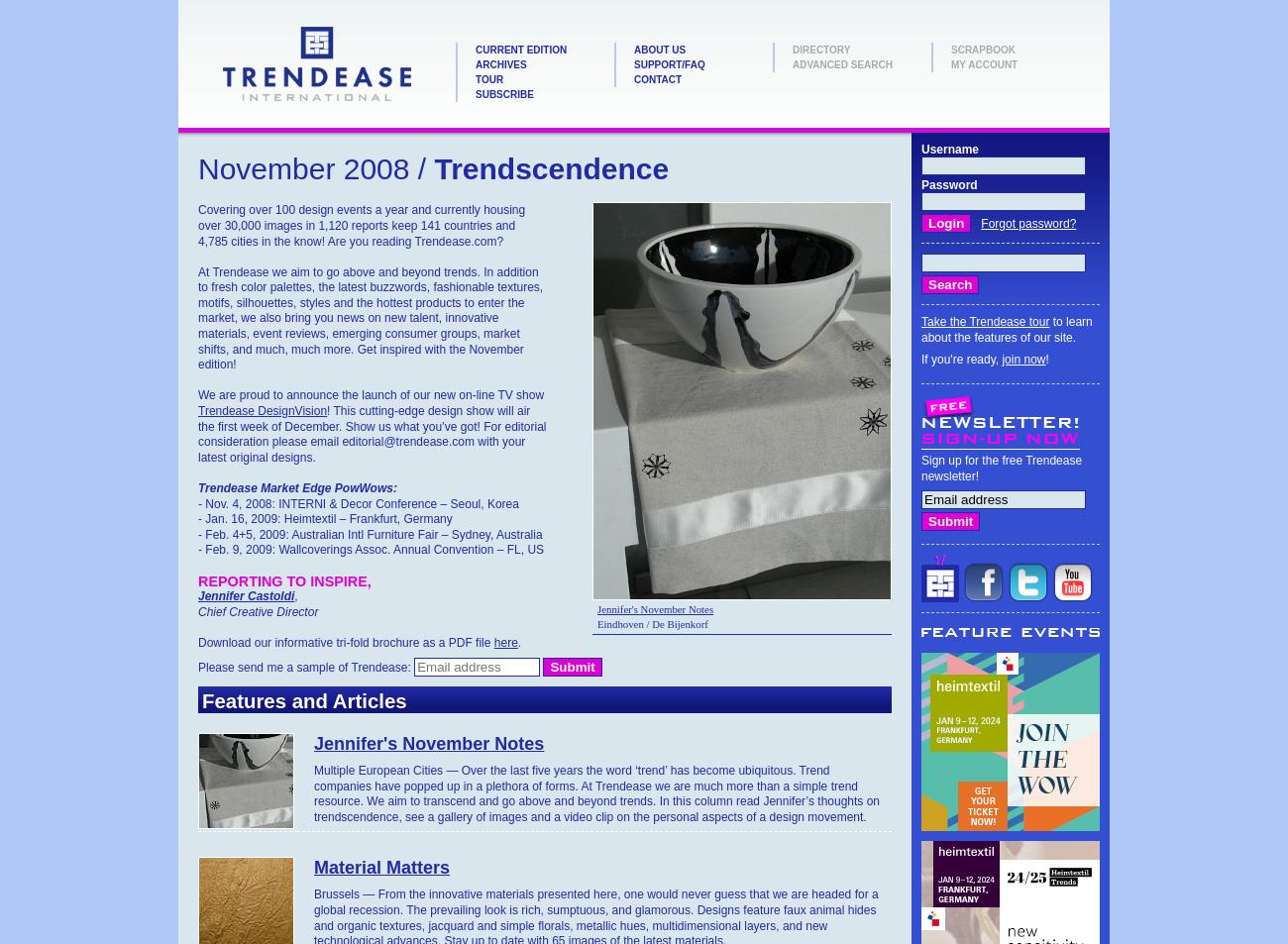 The width and height of the screenshot is (1288, 944). Describe the element at coordinates (197, 432) in the screenshot. I see `'! This cutting-edge design show will air the first week of December.  Show us what you’ve got!  For editorial consideration please email editorial@trendease.com with your latest original designs.'` at that location.